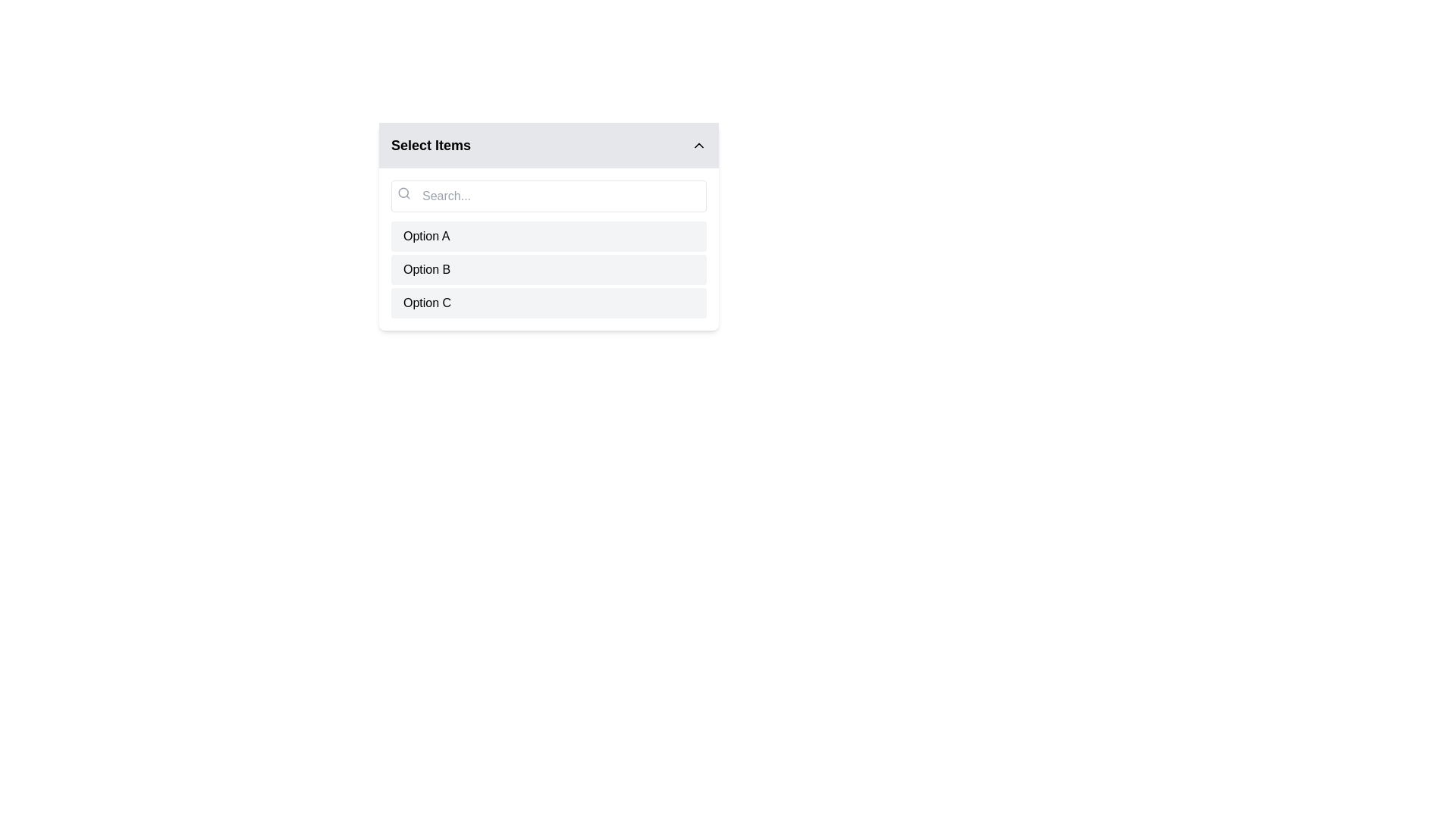 This screenshot has height=819, width=1456. What do you see at coordinates (548, 248) in the screenshot?
I see `the list of selectable items containing 'Option A', 'Option B', and 'Option C' to activate keyboard interaction` at bounding box center [548, 248].